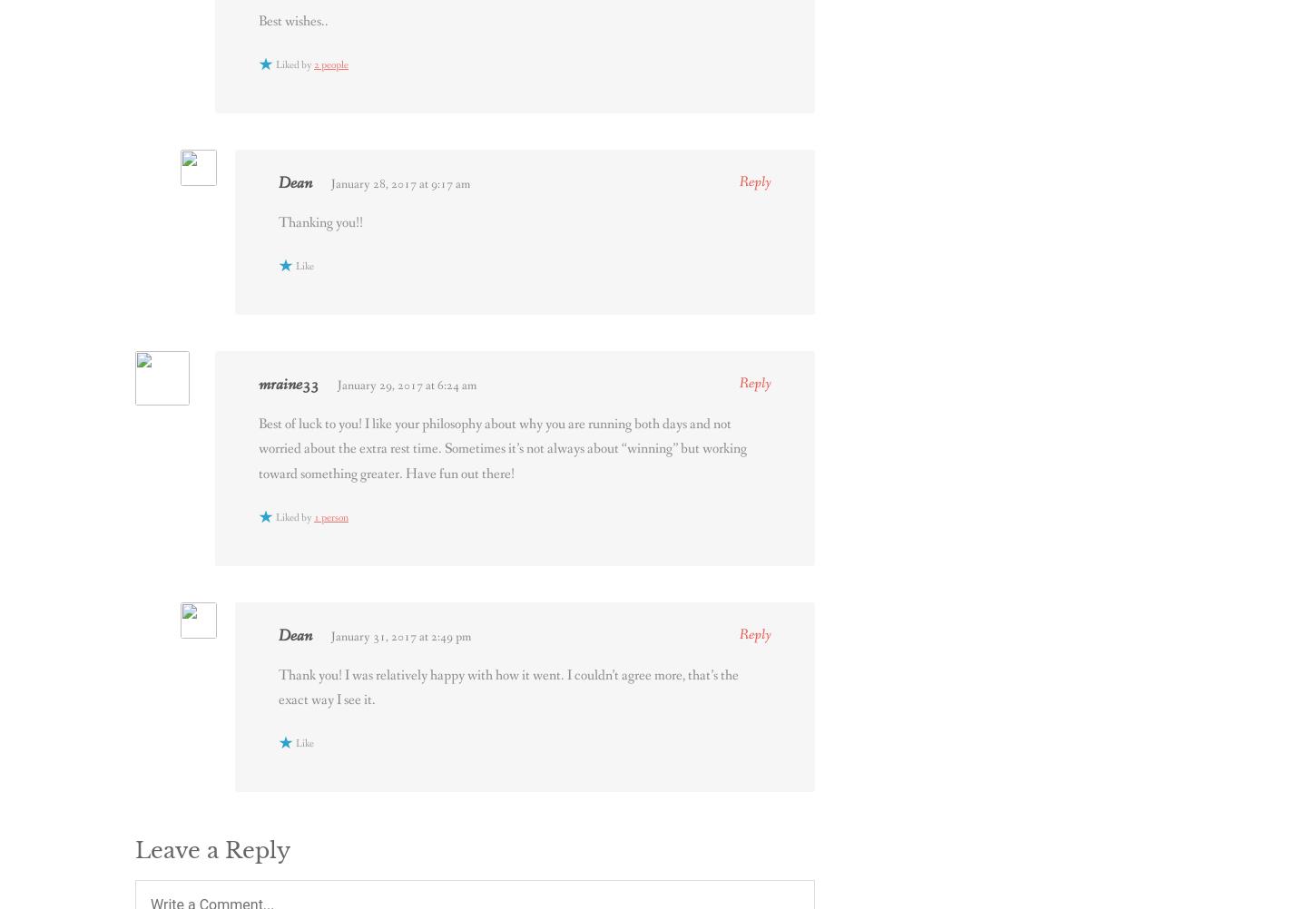 The width and height of the screenshot is (1316, 909). What do you see at coordinates (329, 517) in the screenshot?
I see `'1 person'` at bounding box center [329, 517].